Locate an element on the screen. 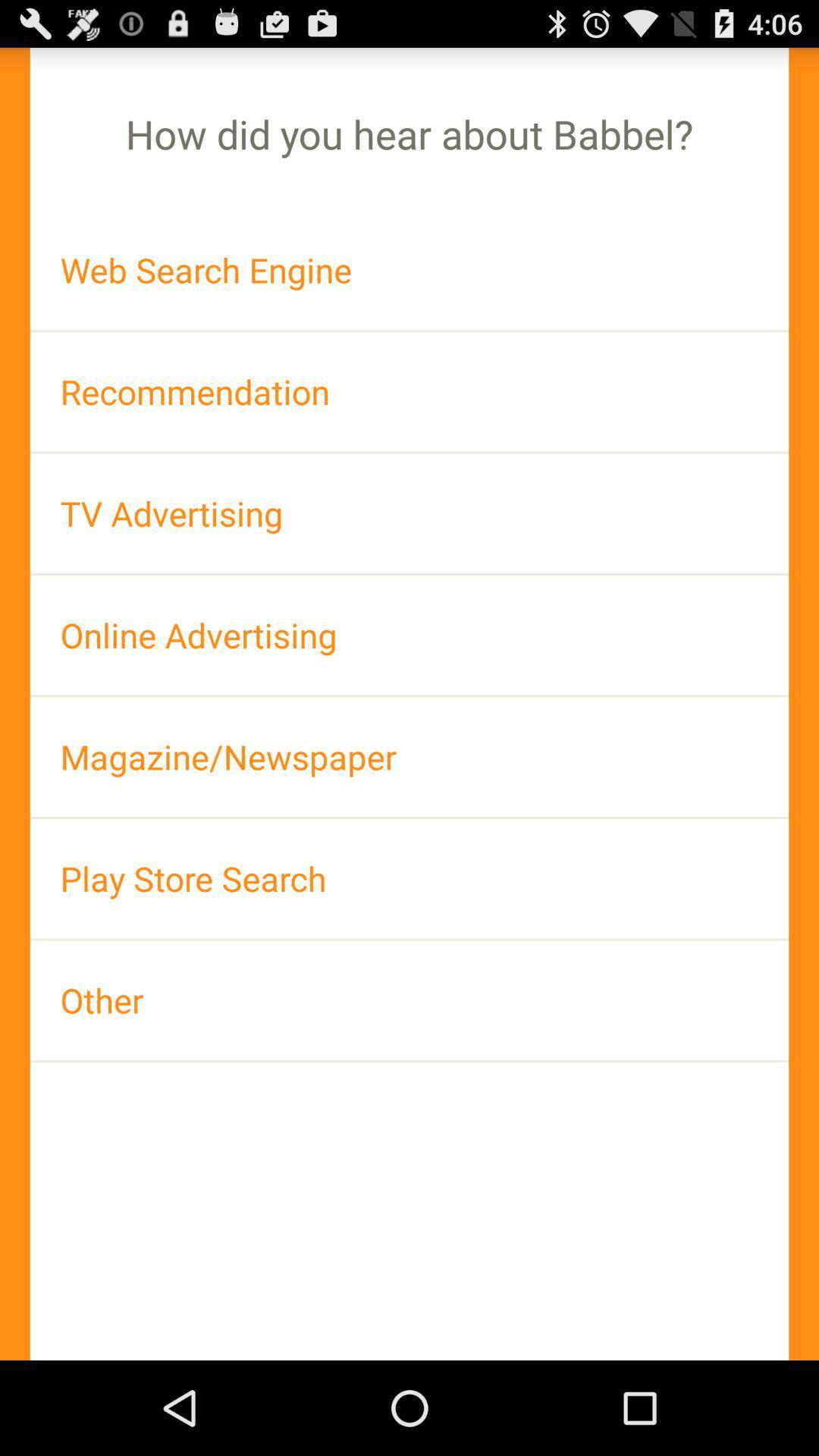  item below how did you is located at coordinates (409, 270).